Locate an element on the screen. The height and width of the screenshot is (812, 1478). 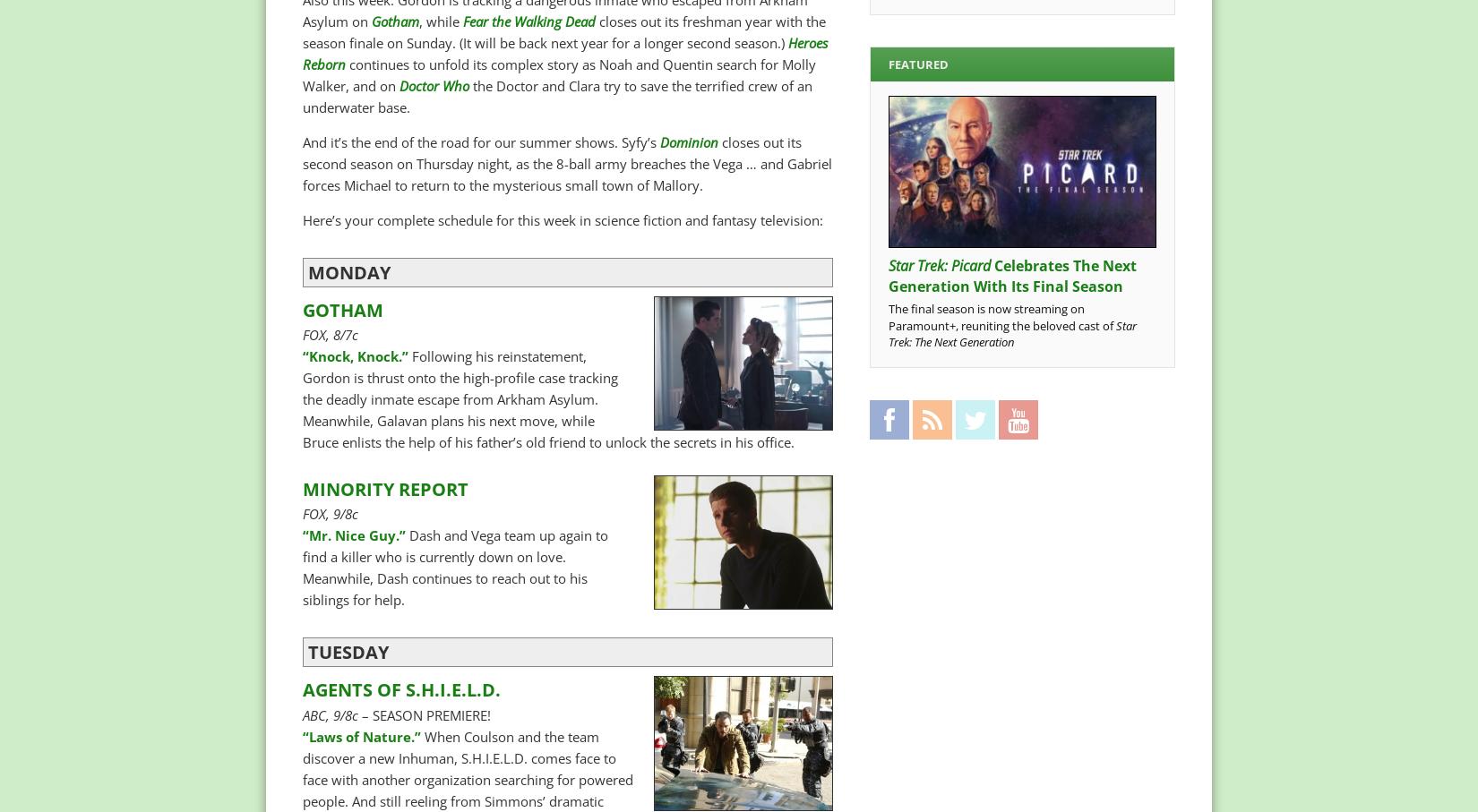
'the Doctor and Clara try to save the terrified crew of an underwater base.' is located at coordinates (556, 95).